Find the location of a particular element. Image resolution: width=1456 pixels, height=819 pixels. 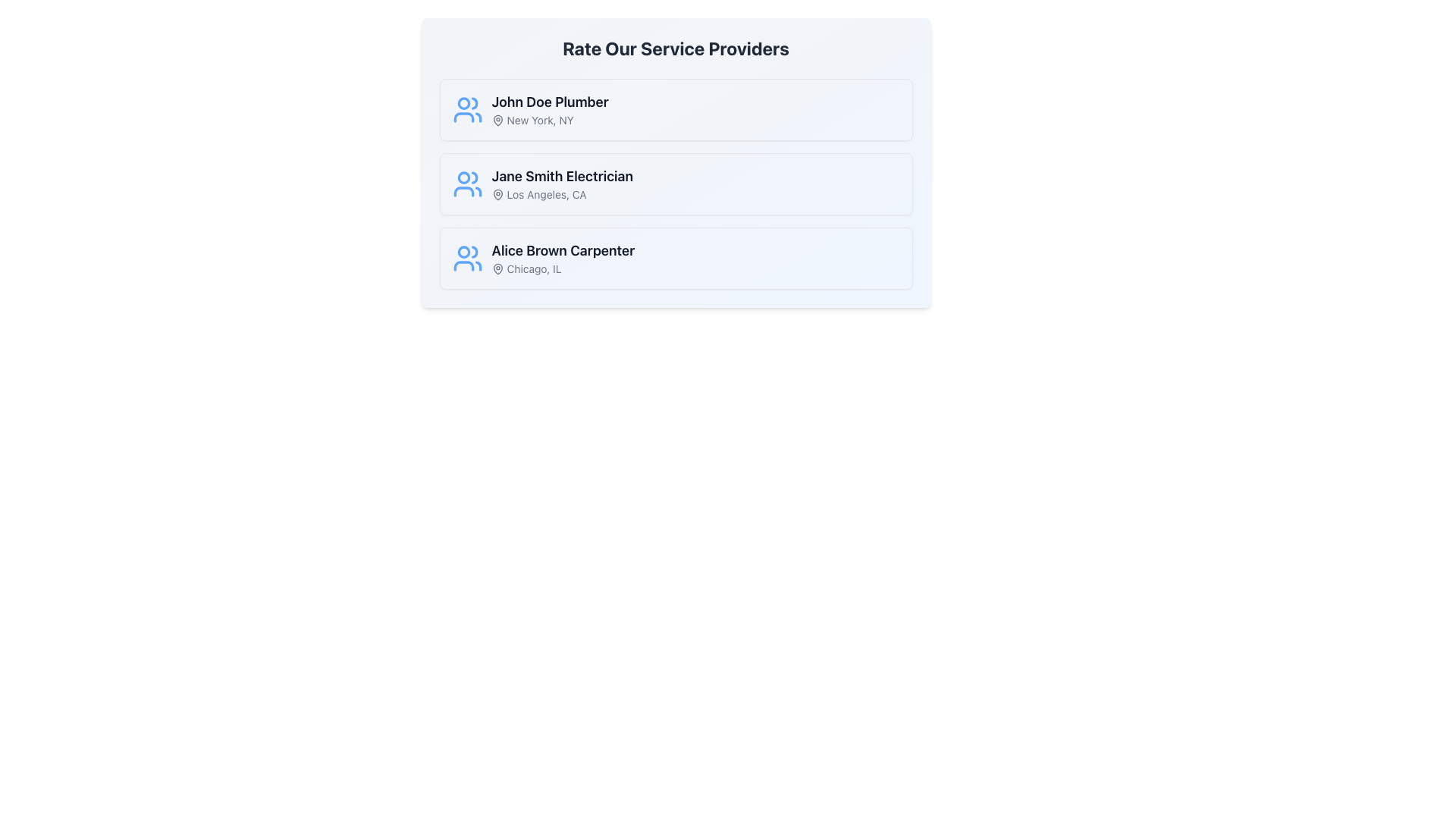

the user icon representing 'John Doe Plumber' in the 'Rate Our Service Providers' list, located at the topmost position and aligned to the left of the user's name and location is located at coordinates (466, 109).